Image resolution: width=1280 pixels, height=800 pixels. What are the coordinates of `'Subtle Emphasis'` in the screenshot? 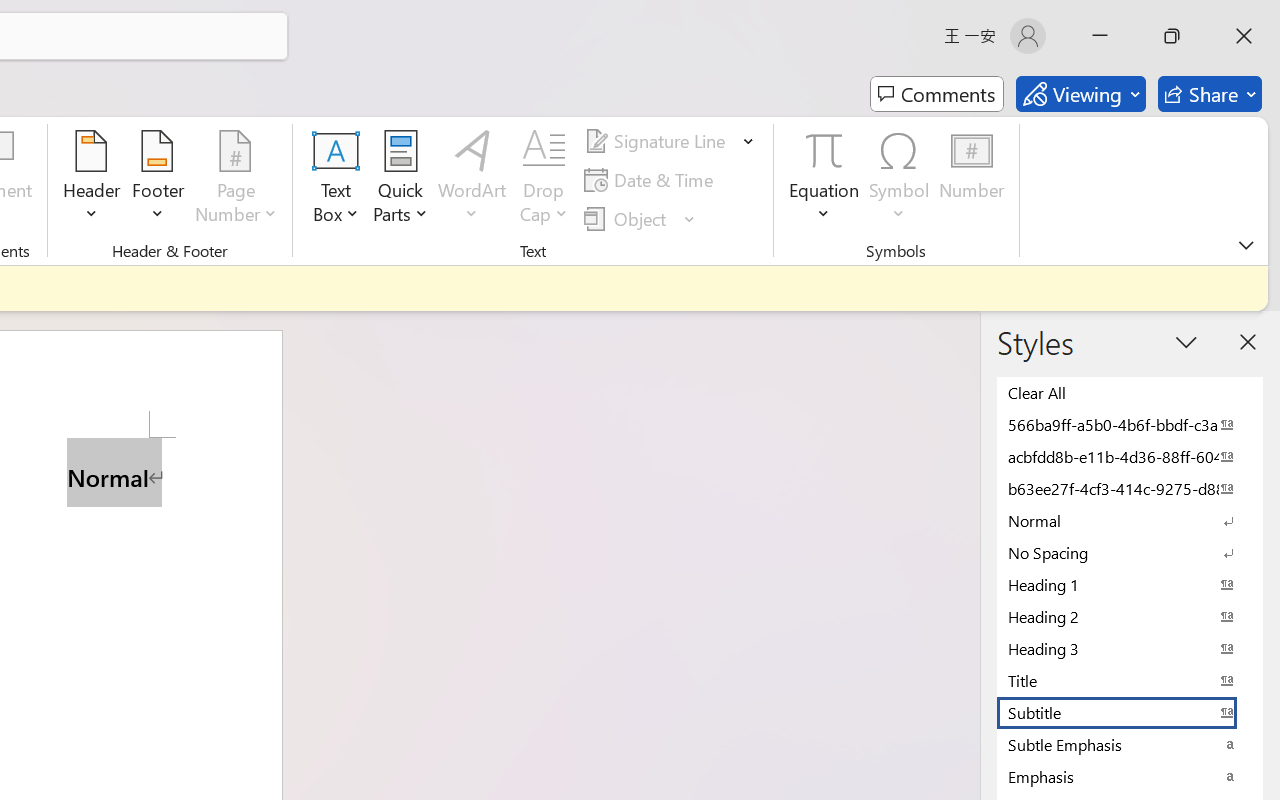 It's located at (1130, 744).